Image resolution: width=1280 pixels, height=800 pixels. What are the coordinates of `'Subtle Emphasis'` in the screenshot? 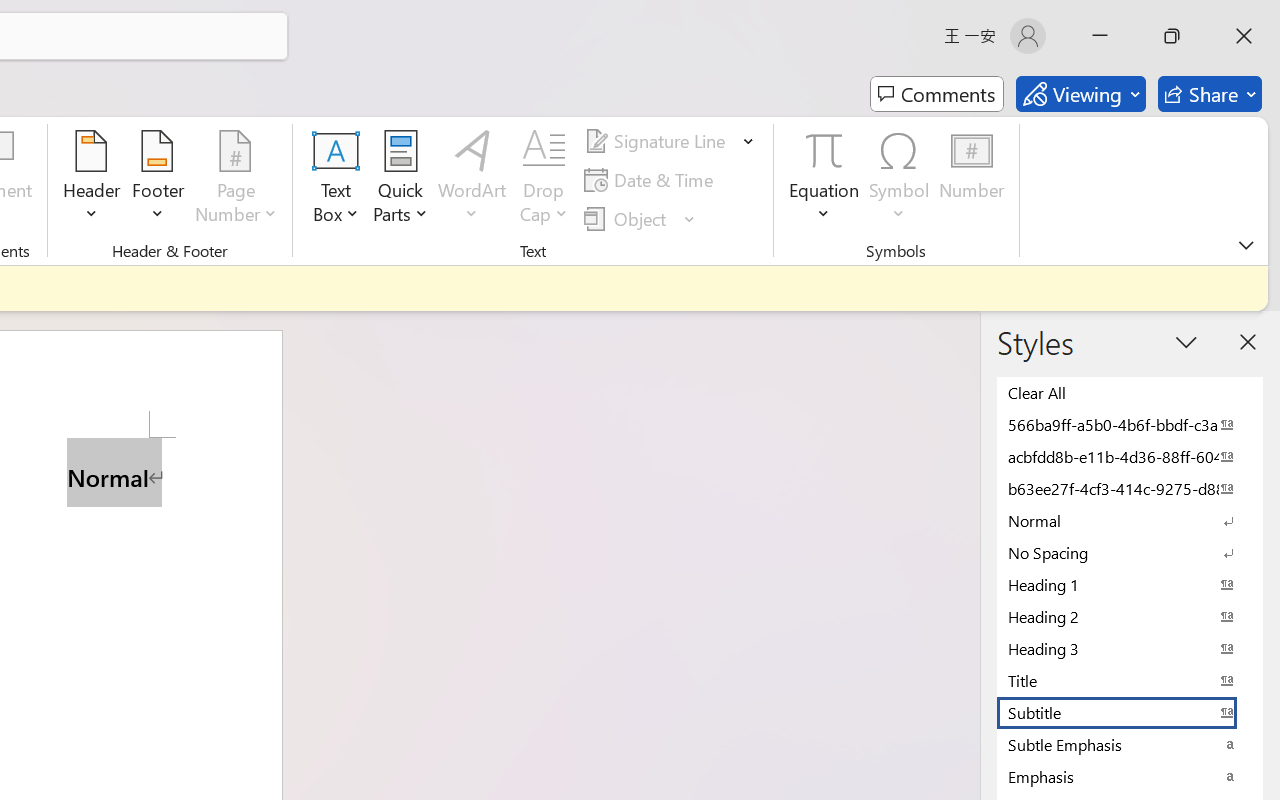 It's located at (1130, 744).